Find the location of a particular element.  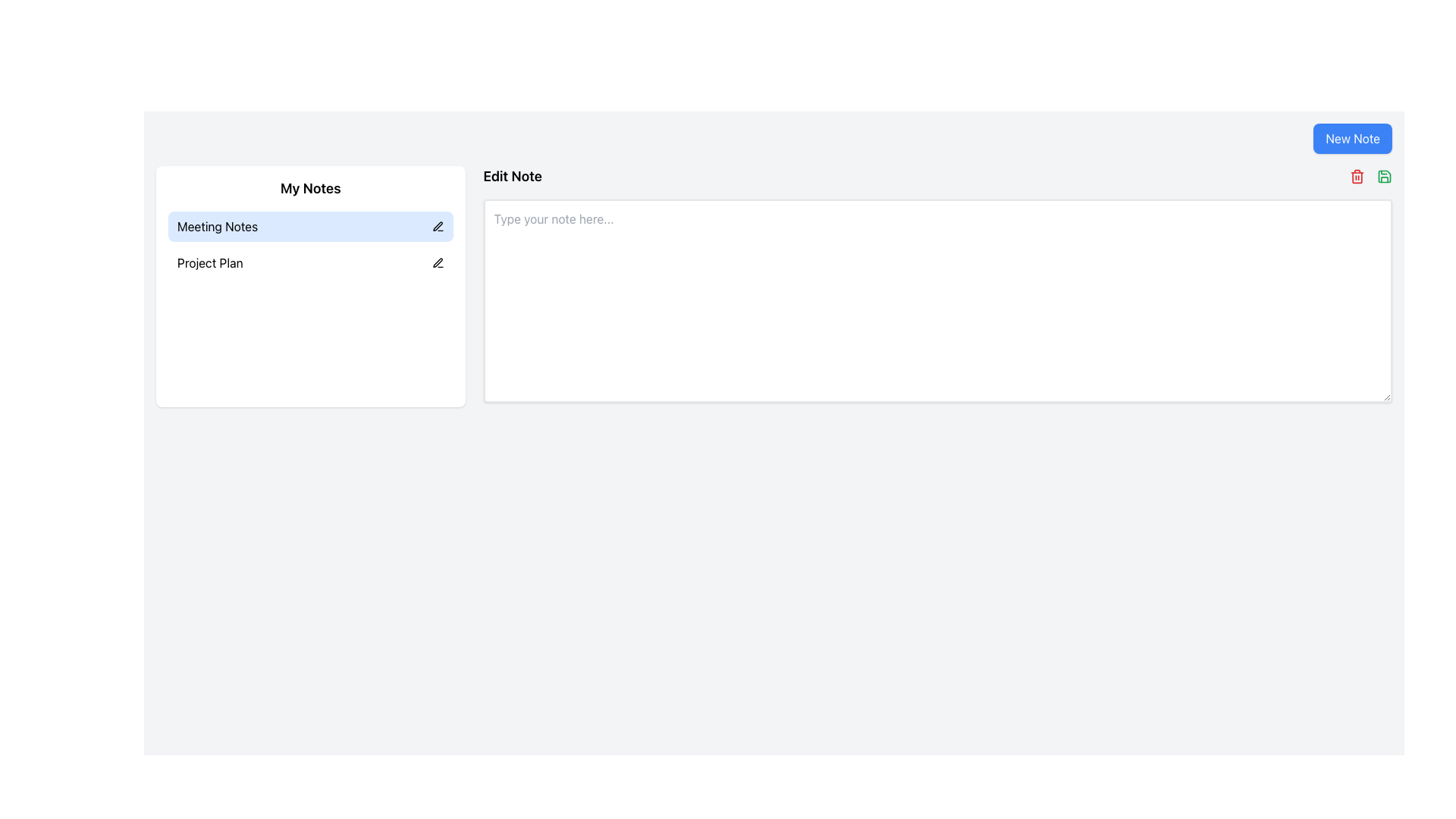

the icon button located in the 'Meeting Notes' row in the 'My Notes' section to initiate edit mode for the note is located at coordinates (437, 262).